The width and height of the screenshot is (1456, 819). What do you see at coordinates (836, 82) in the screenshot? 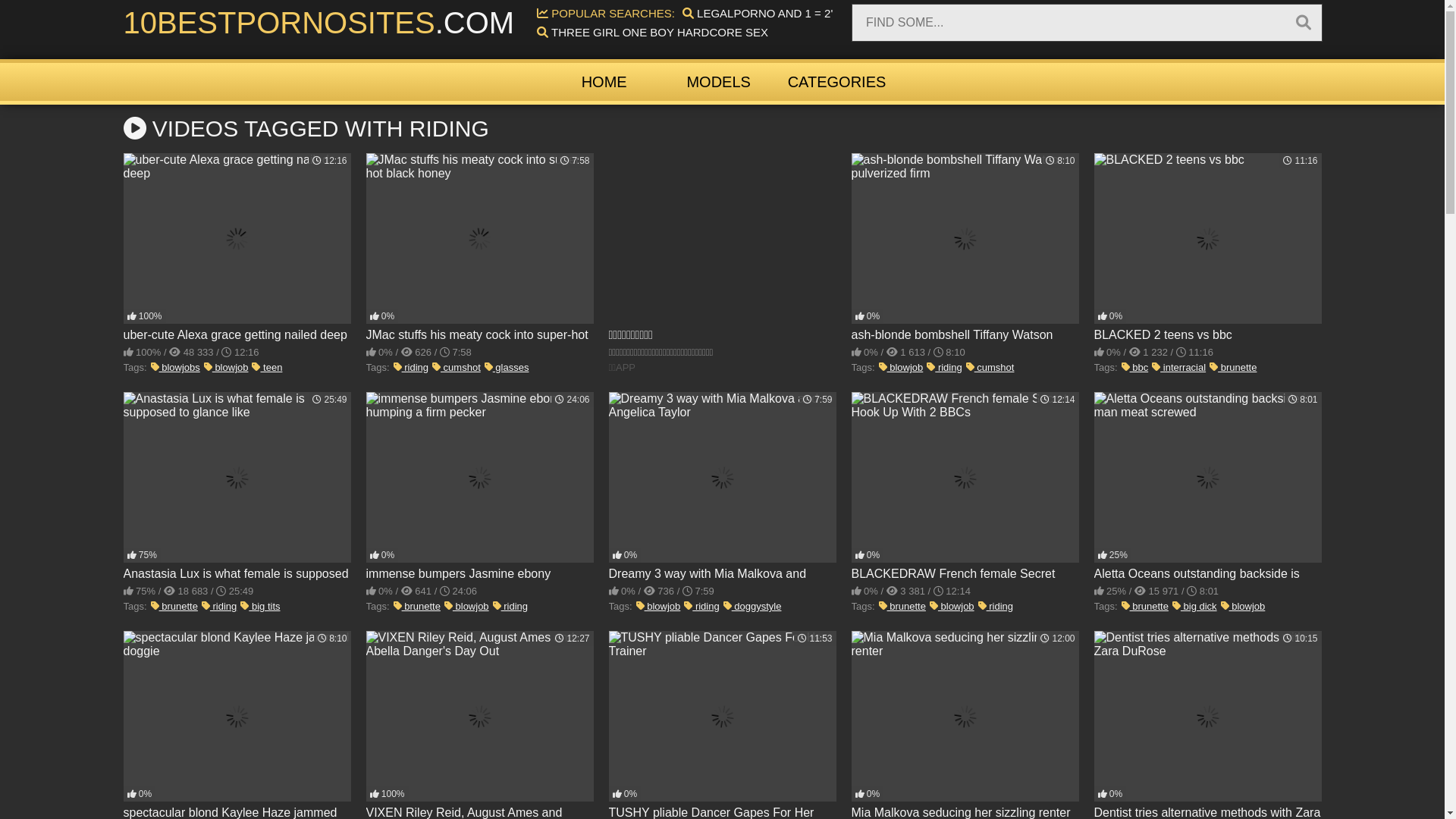
I see `'CATEGORIES'` at bounding box center [836, 82].